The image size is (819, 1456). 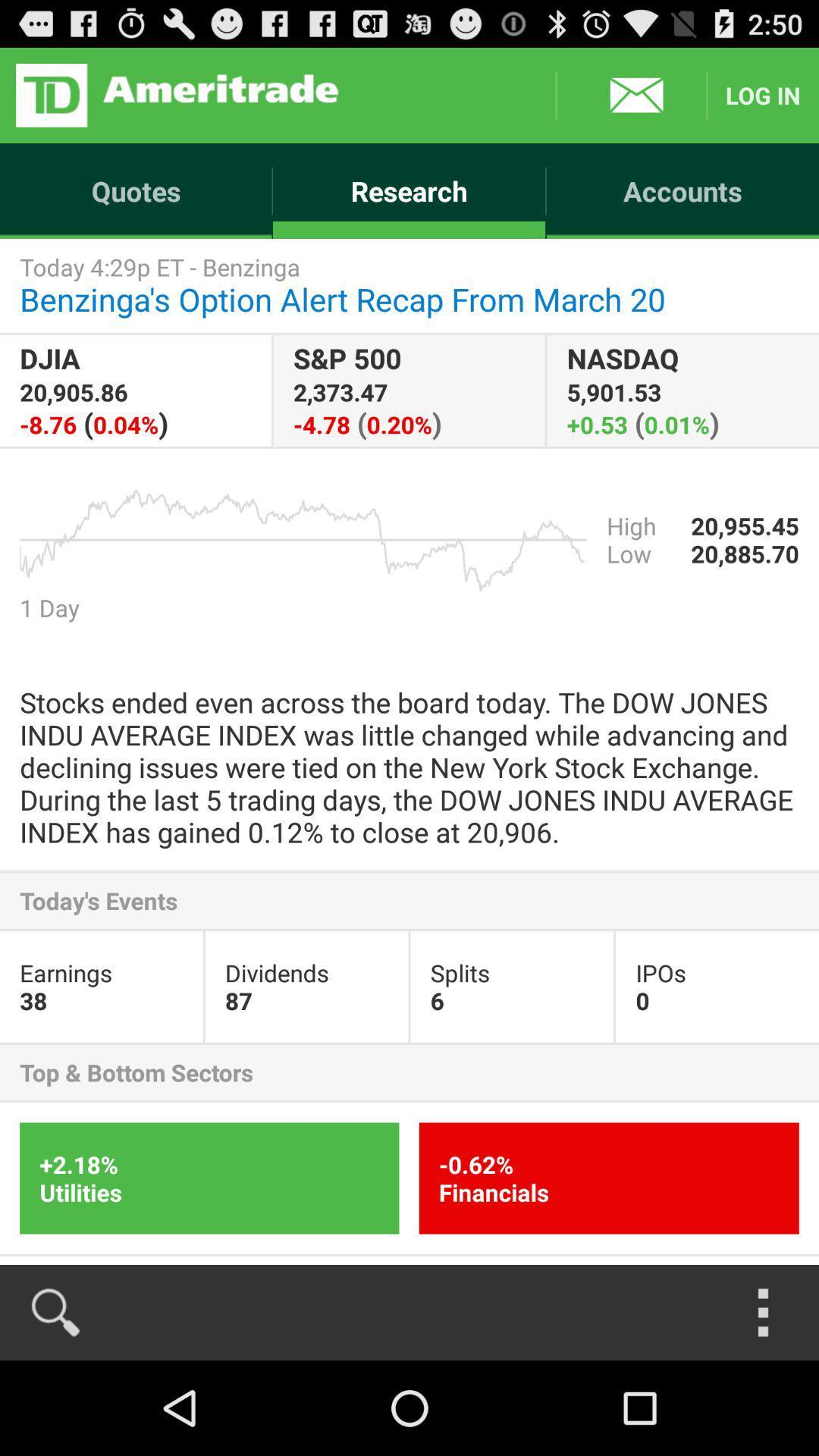 I want to click on search, so click(x=55, y=1312).